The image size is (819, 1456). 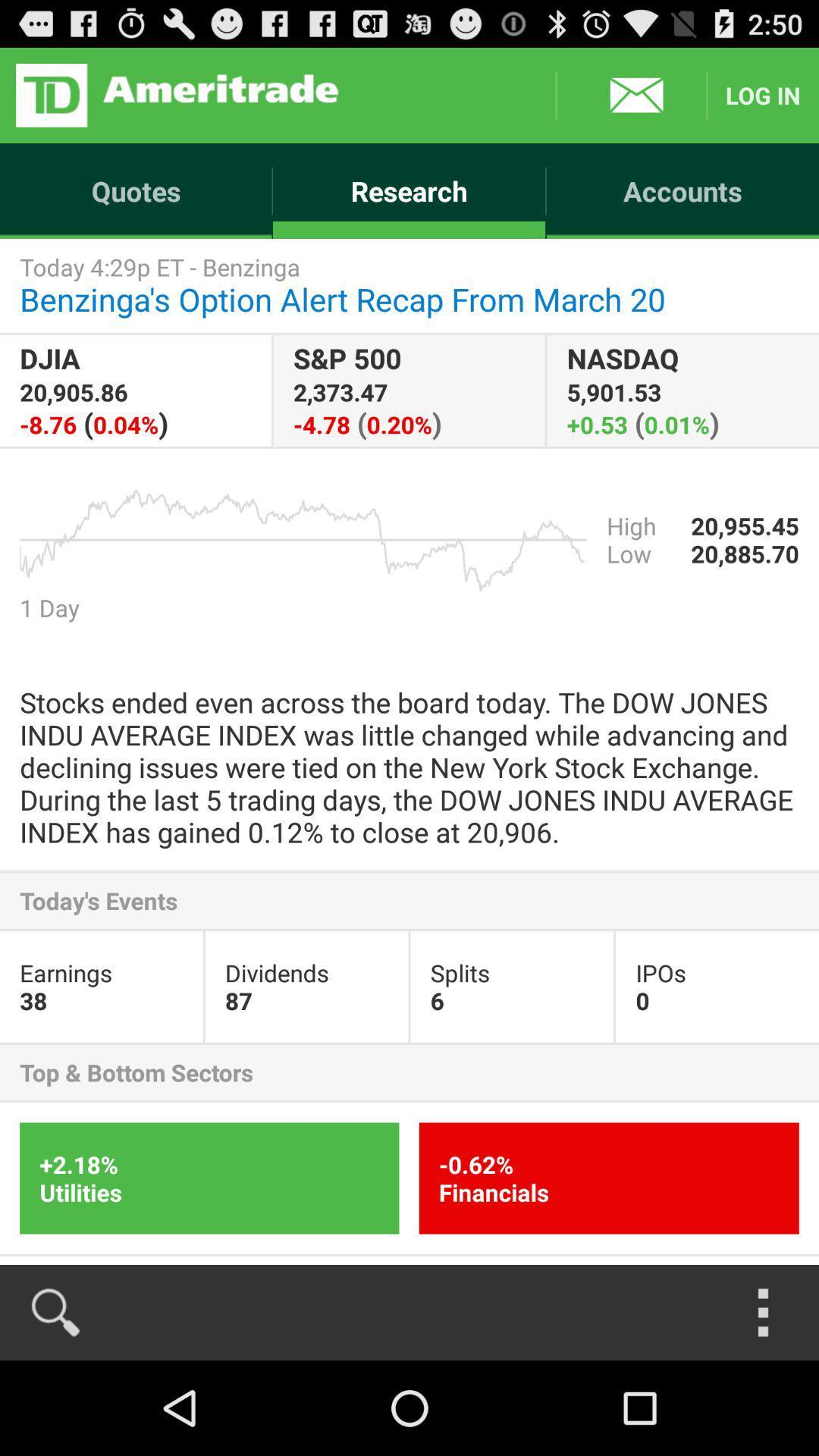 I want to click on search, so click(x=55, y=1312).